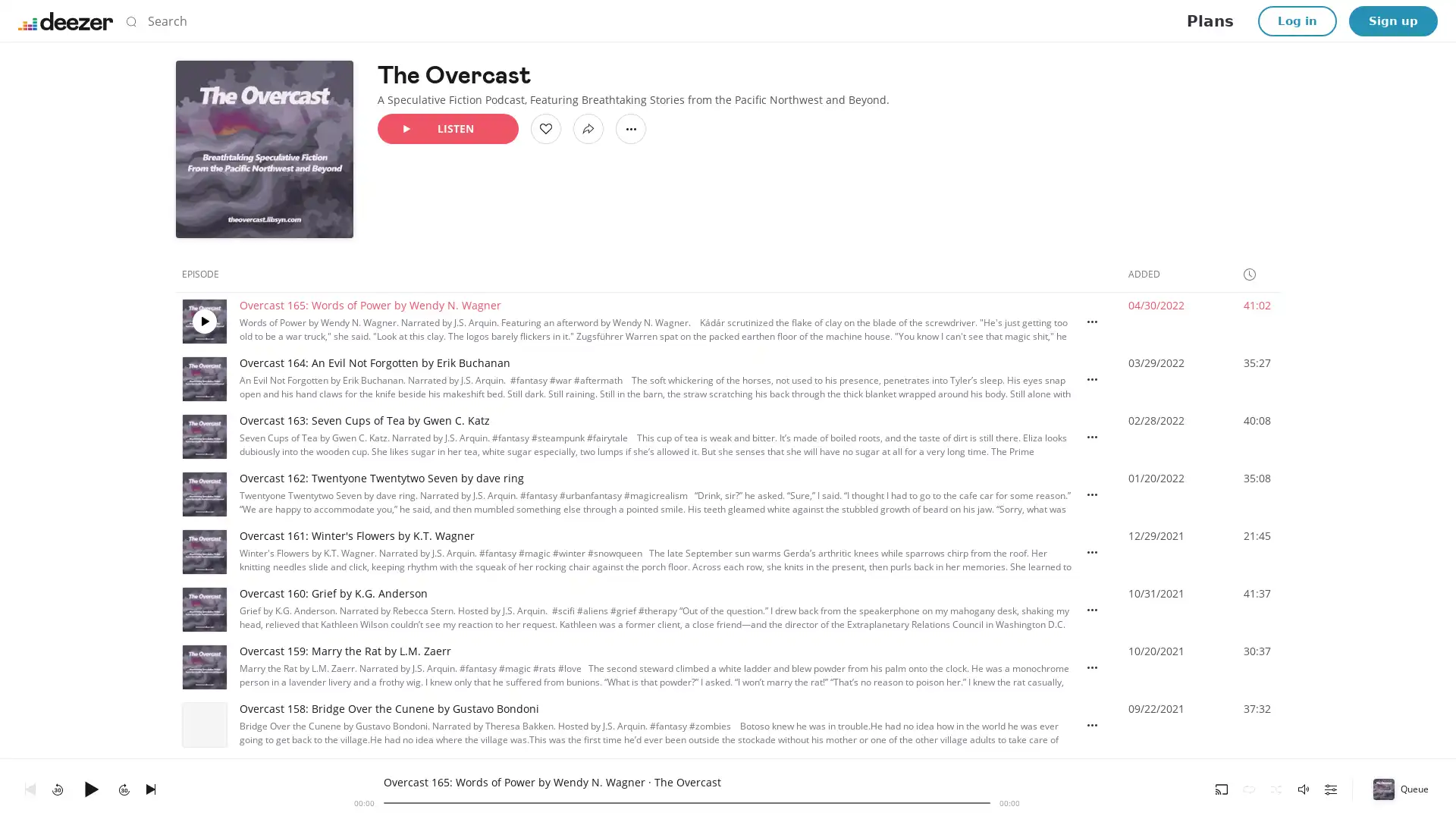 The width and height of the screenshot is (1456, 819). What do you see at coordinates (203, 552) in the screenshot?
I see `Play Overcast 161: Winter's Flowers by K.T. Wagner by The Overcast` at bounding box center [203, 552].